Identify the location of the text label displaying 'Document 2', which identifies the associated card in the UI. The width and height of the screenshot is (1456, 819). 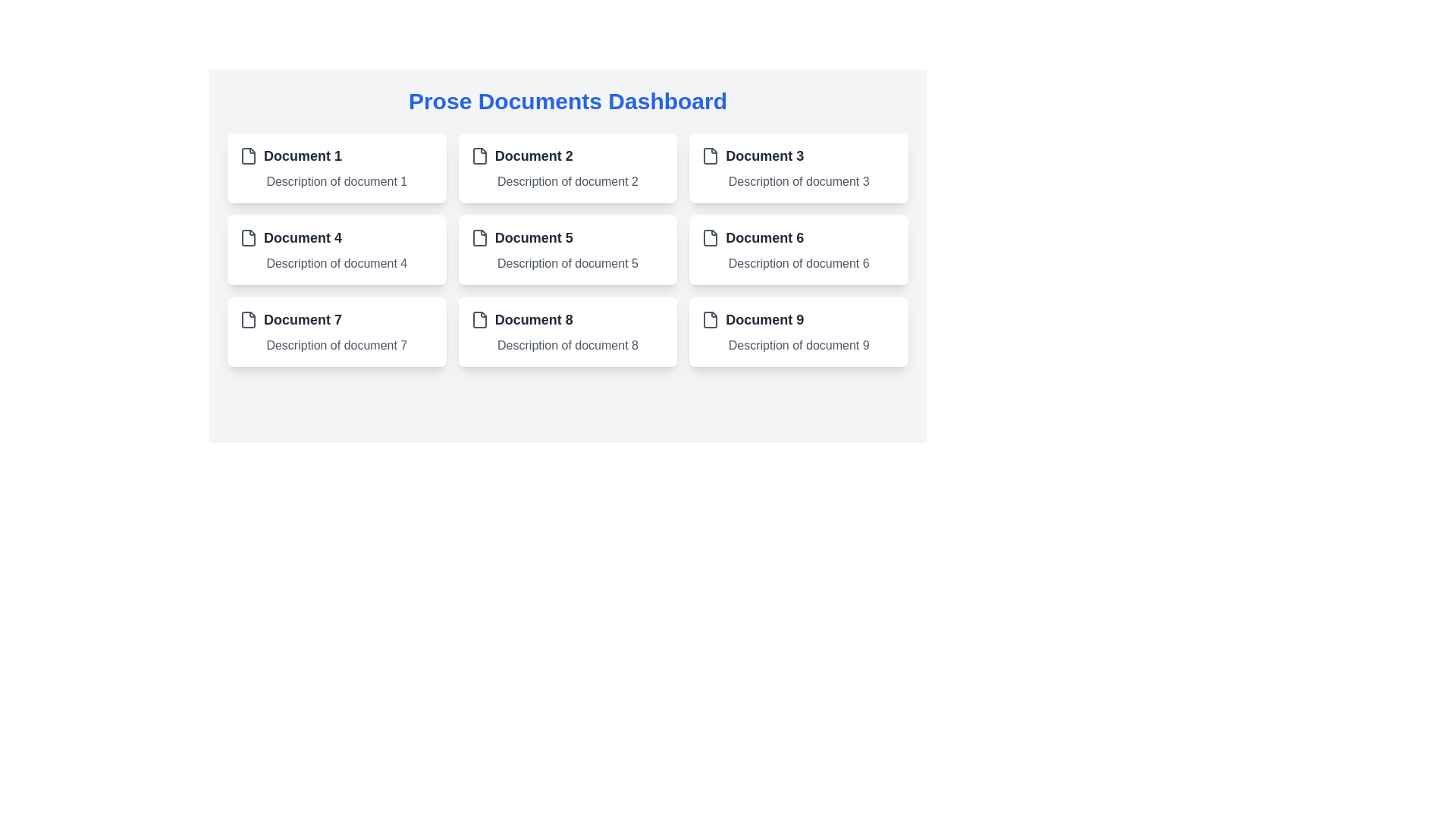
(534, 155).